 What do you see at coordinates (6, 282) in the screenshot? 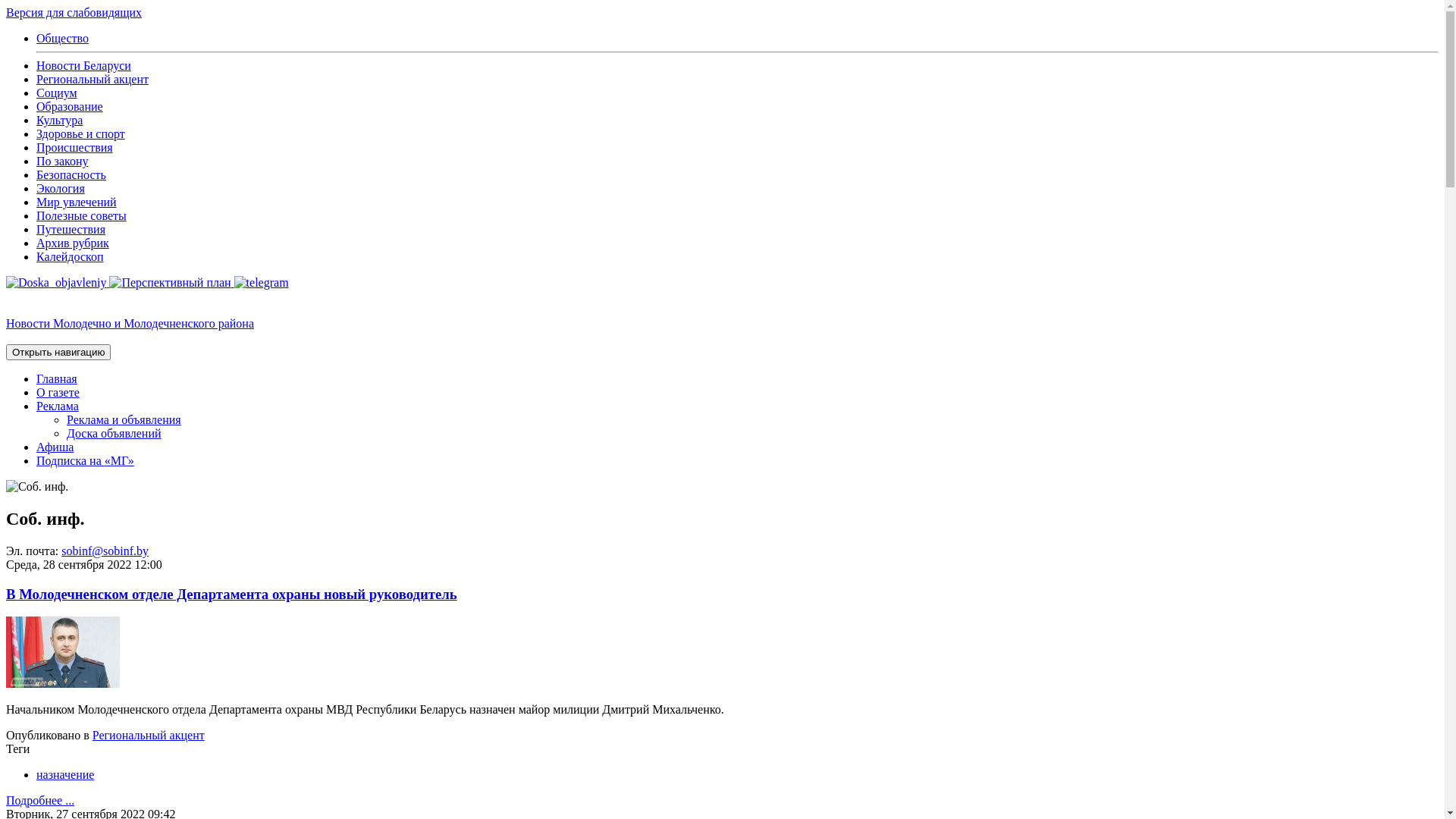
I see `'Doska_objavleniy'` at bounding box center [6, 282].